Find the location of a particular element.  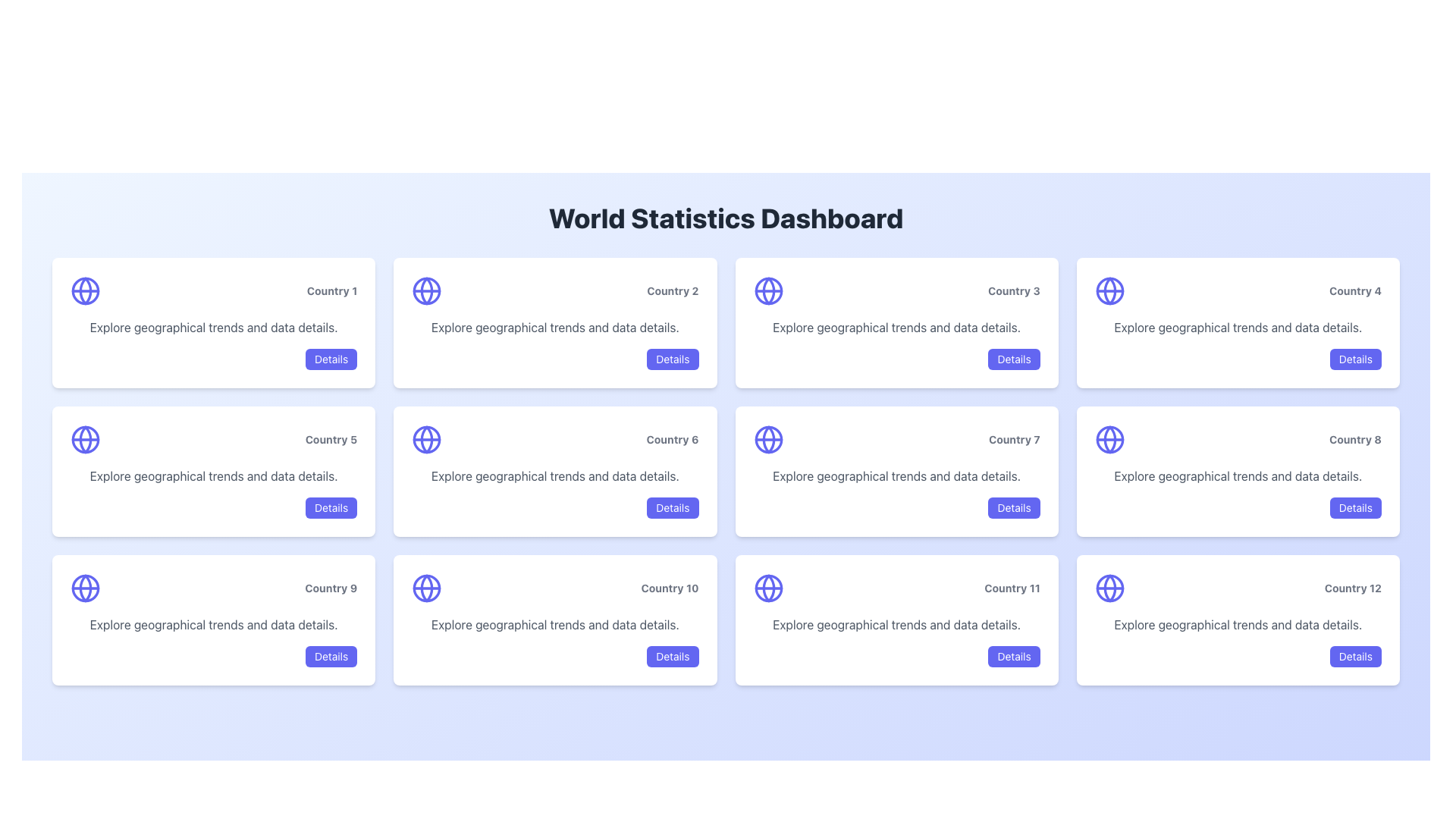

the central circular part of the globe icon representing 'Country 7' in the World Statistics Dashboard is located at coordinates (768, 439).